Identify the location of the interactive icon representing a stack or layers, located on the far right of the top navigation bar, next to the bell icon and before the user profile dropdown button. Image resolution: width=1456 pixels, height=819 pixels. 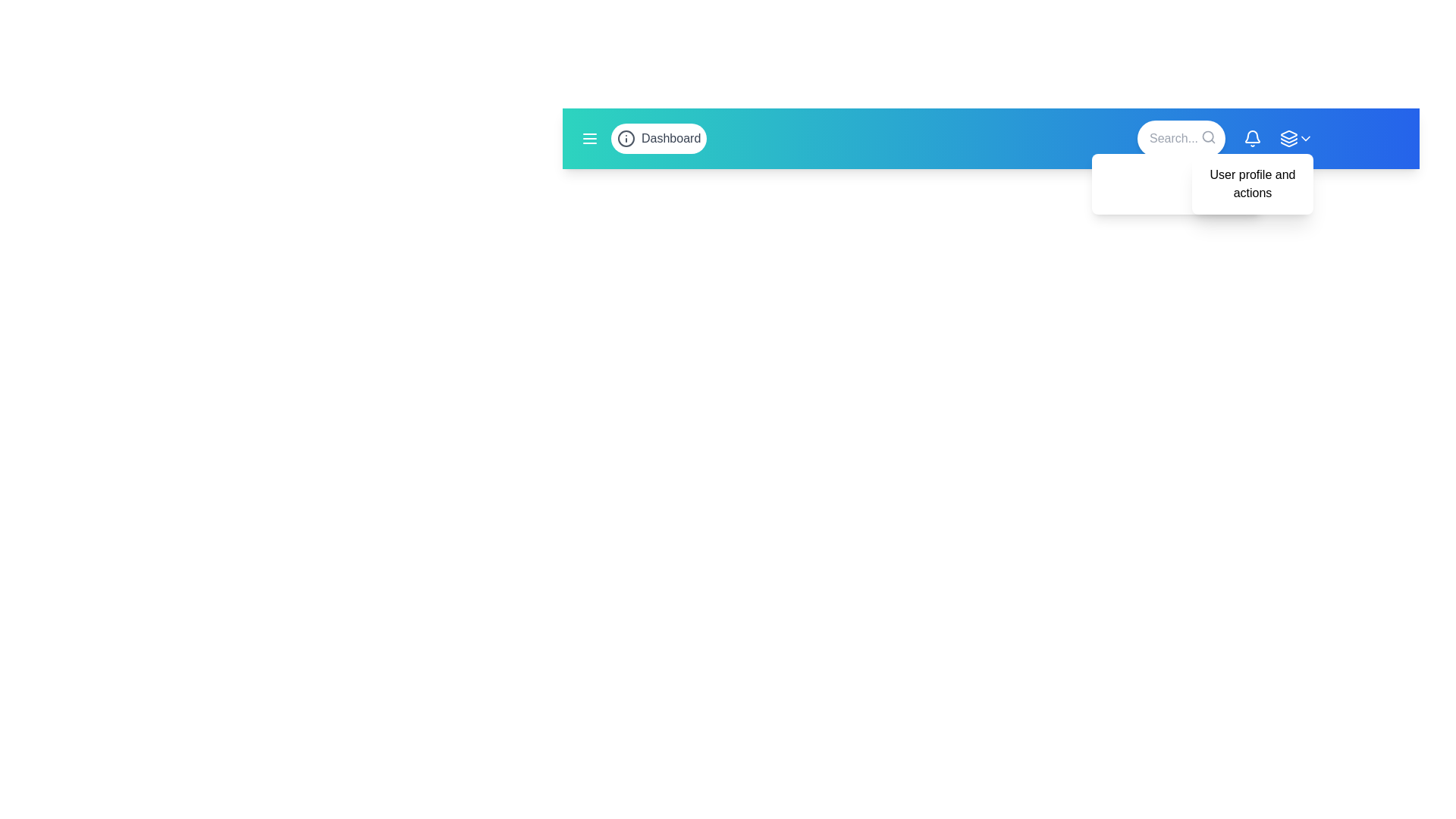
(1288, 133).